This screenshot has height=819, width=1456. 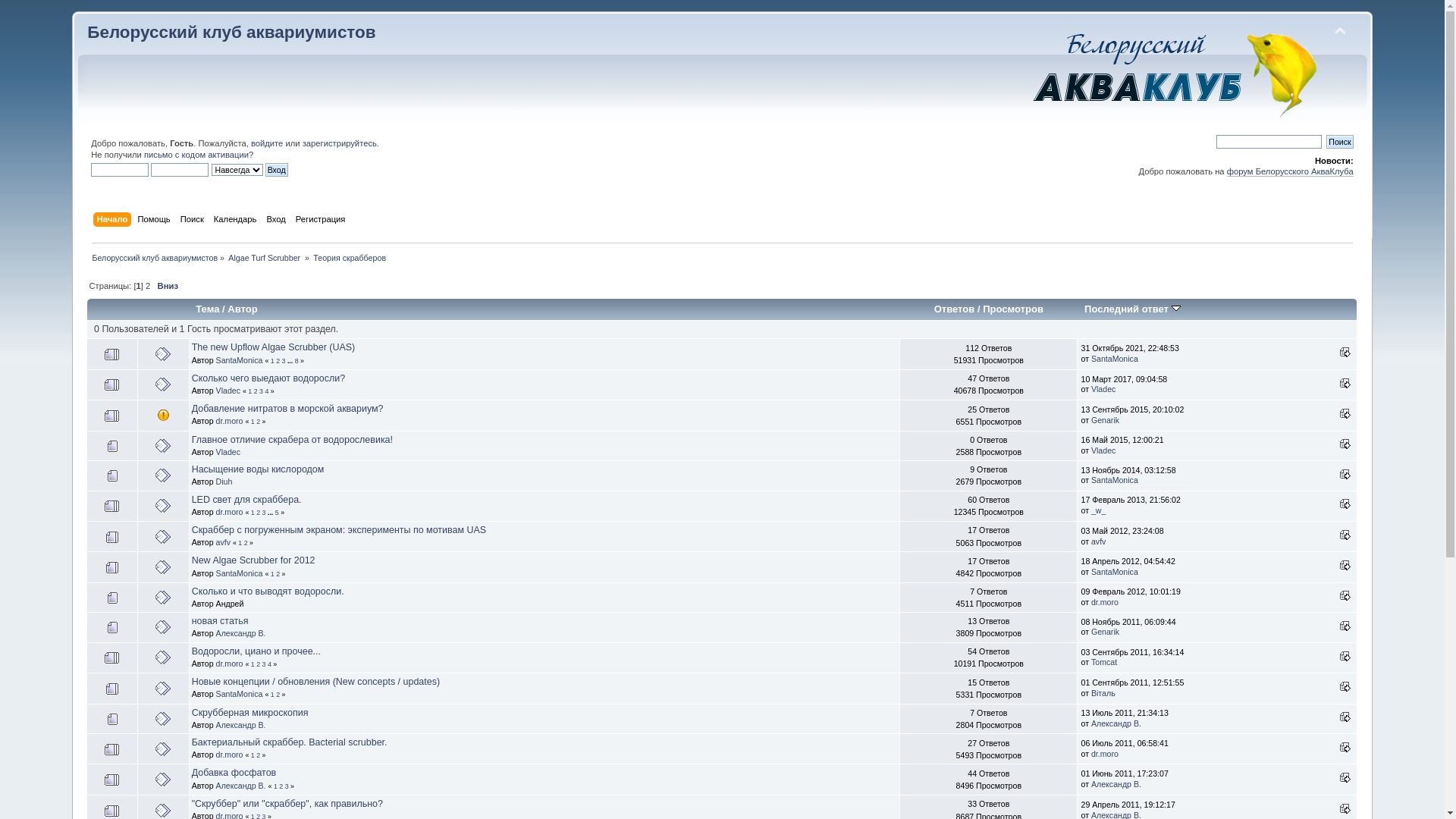 What do you see at coordinates (277, 512) in the screenshot?
I see `'5'` at bounding box center [277, 512].